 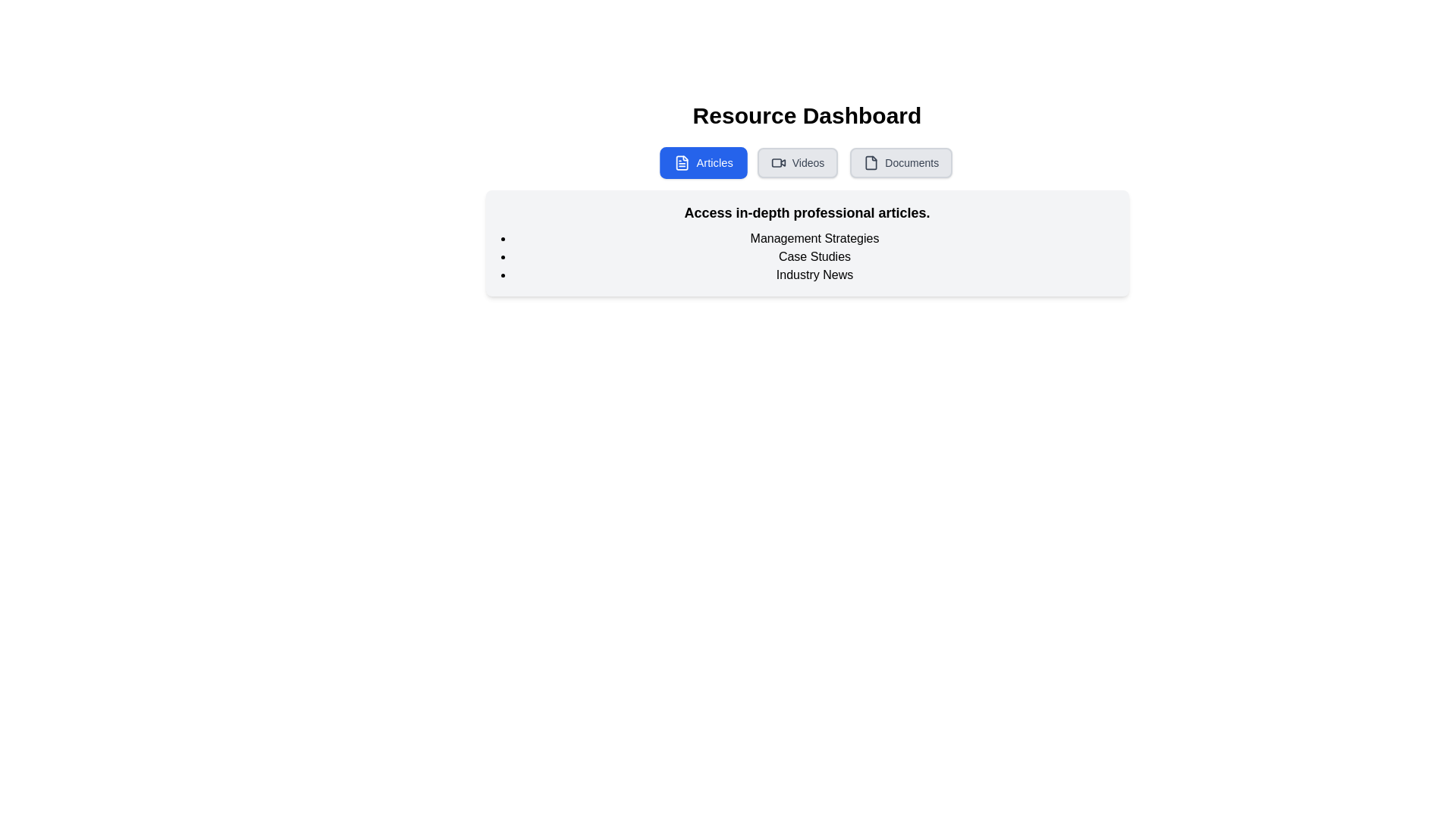 I want to click on the 'Documents' button tab, which has a rounded border, gray background, and an icon of a document followed by the label 'Documents', so click(x=901, y=163).